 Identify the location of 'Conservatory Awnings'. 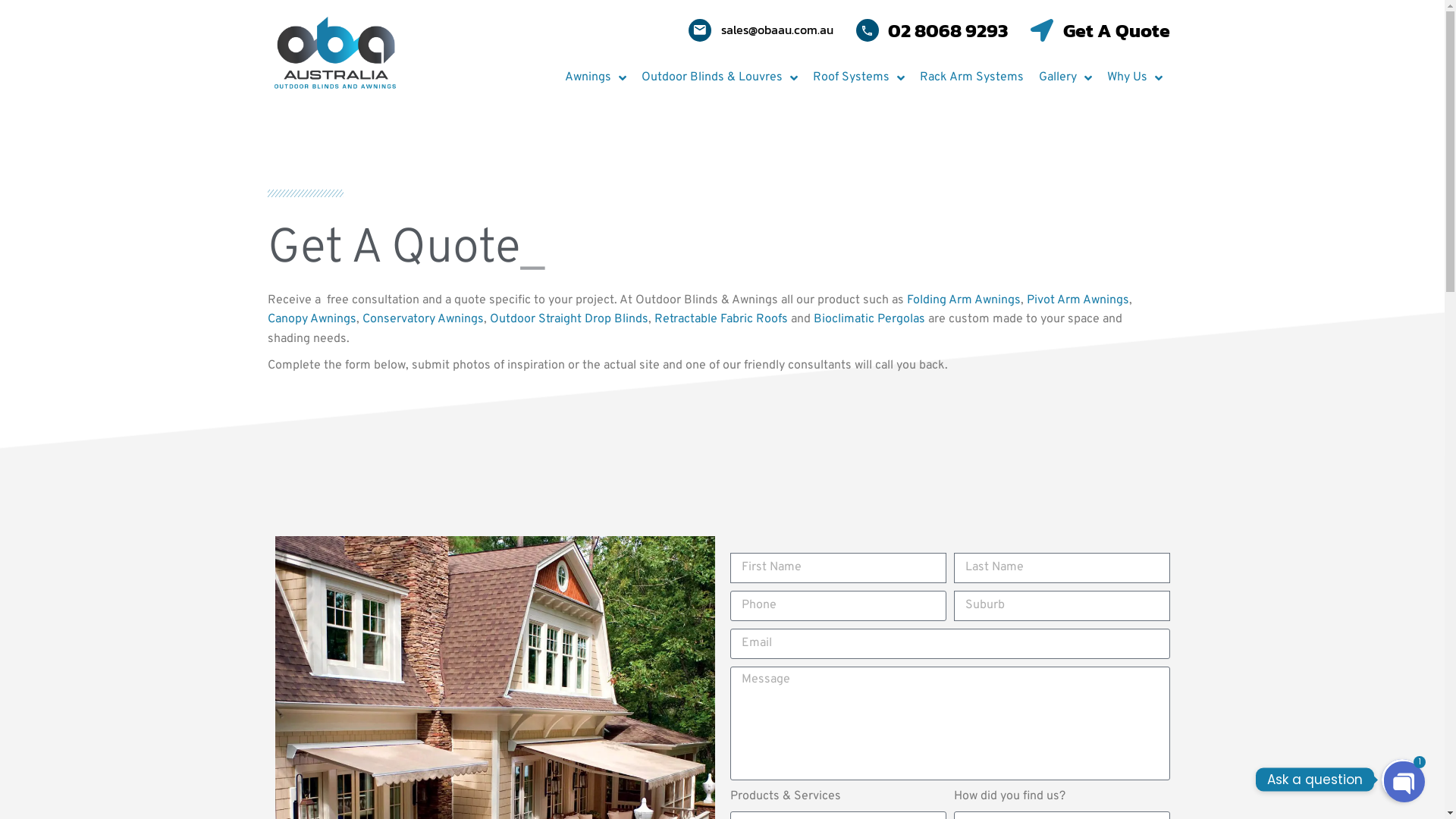
(422, 318).